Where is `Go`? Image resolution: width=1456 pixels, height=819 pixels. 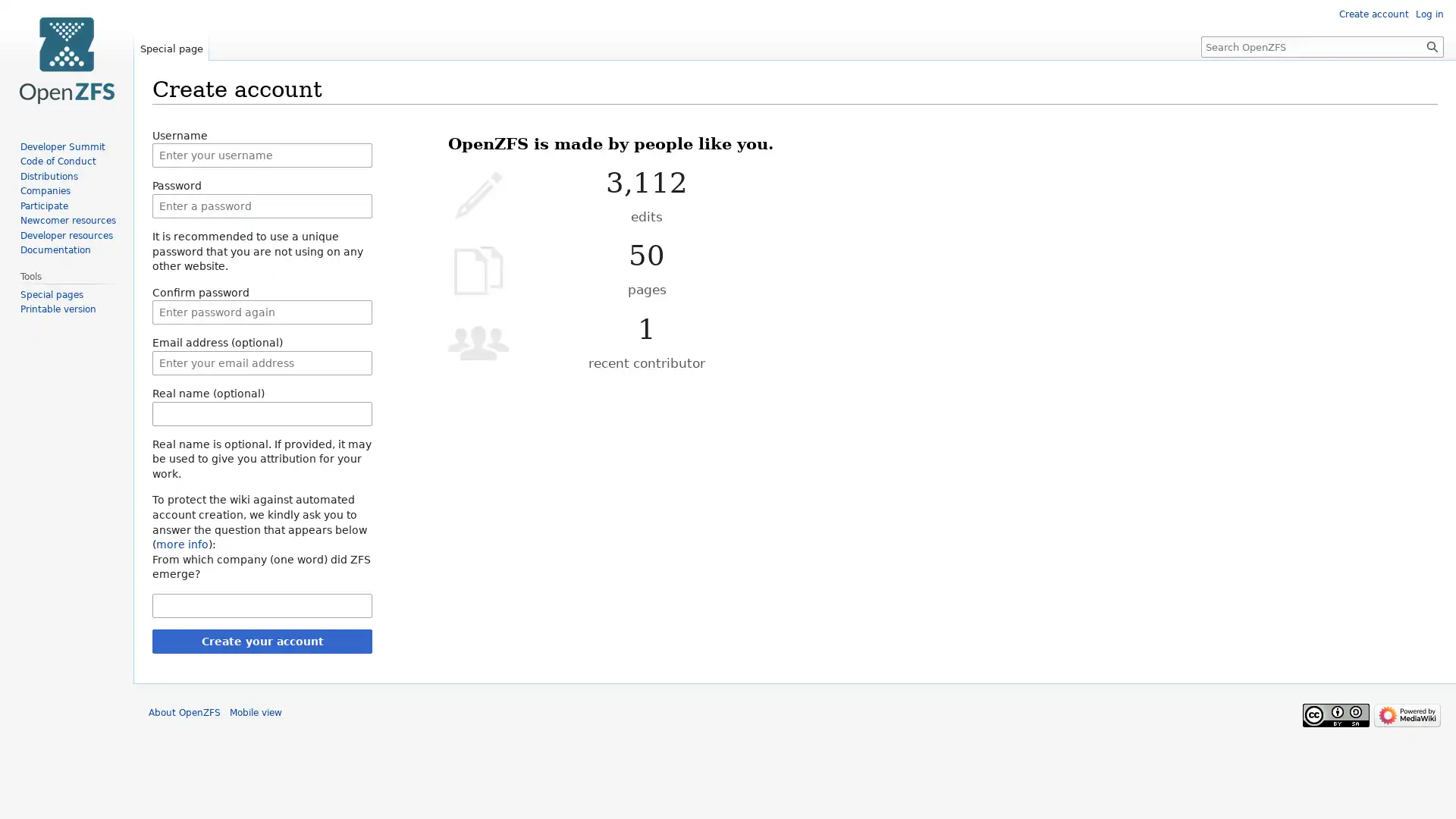 Go is located at coordinates (1432, 45).